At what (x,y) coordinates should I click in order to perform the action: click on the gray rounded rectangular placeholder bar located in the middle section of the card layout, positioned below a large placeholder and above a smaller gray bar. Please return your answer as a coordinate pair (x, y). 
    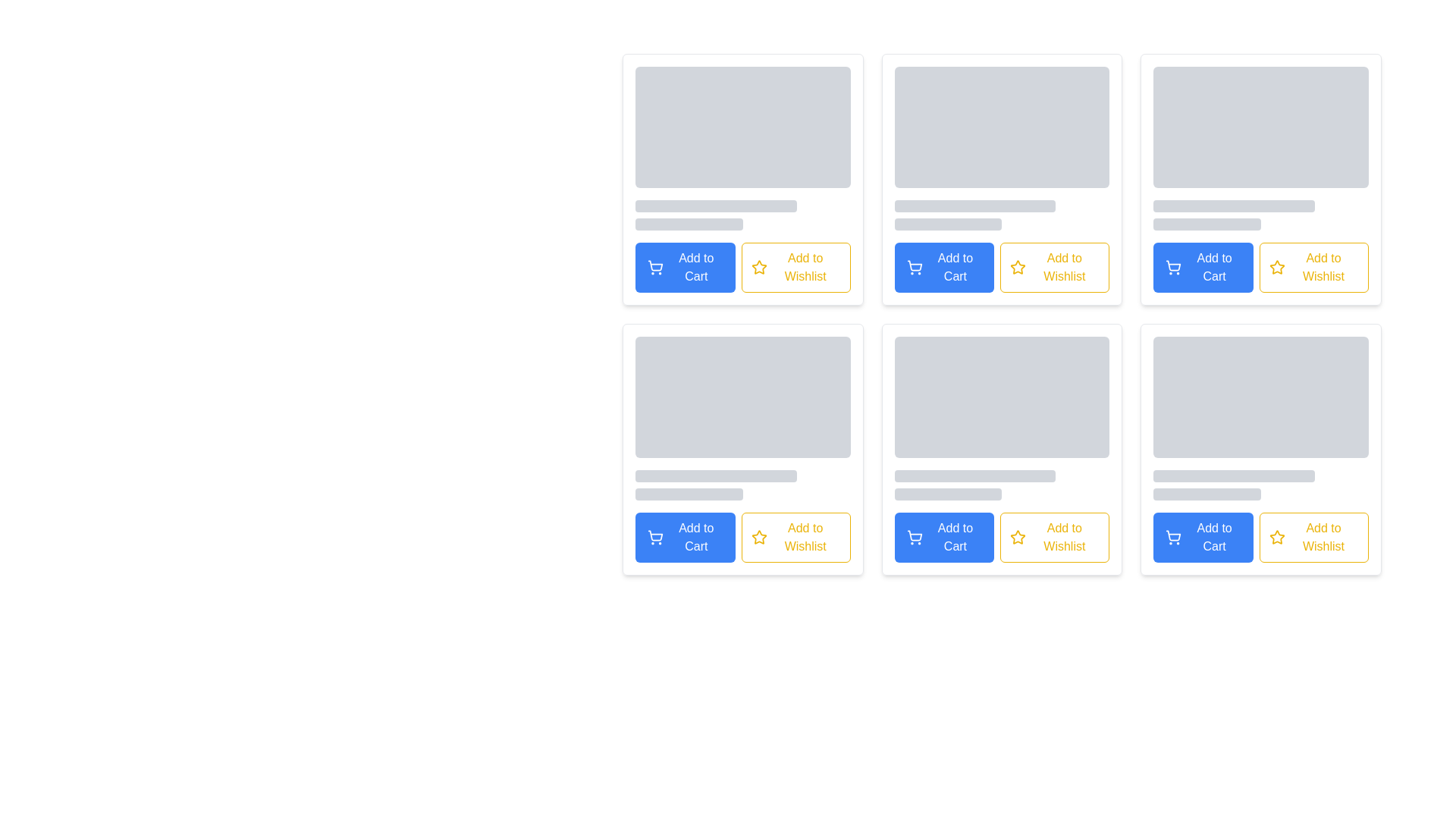
    Looking at the image, I should click on (715, 206).